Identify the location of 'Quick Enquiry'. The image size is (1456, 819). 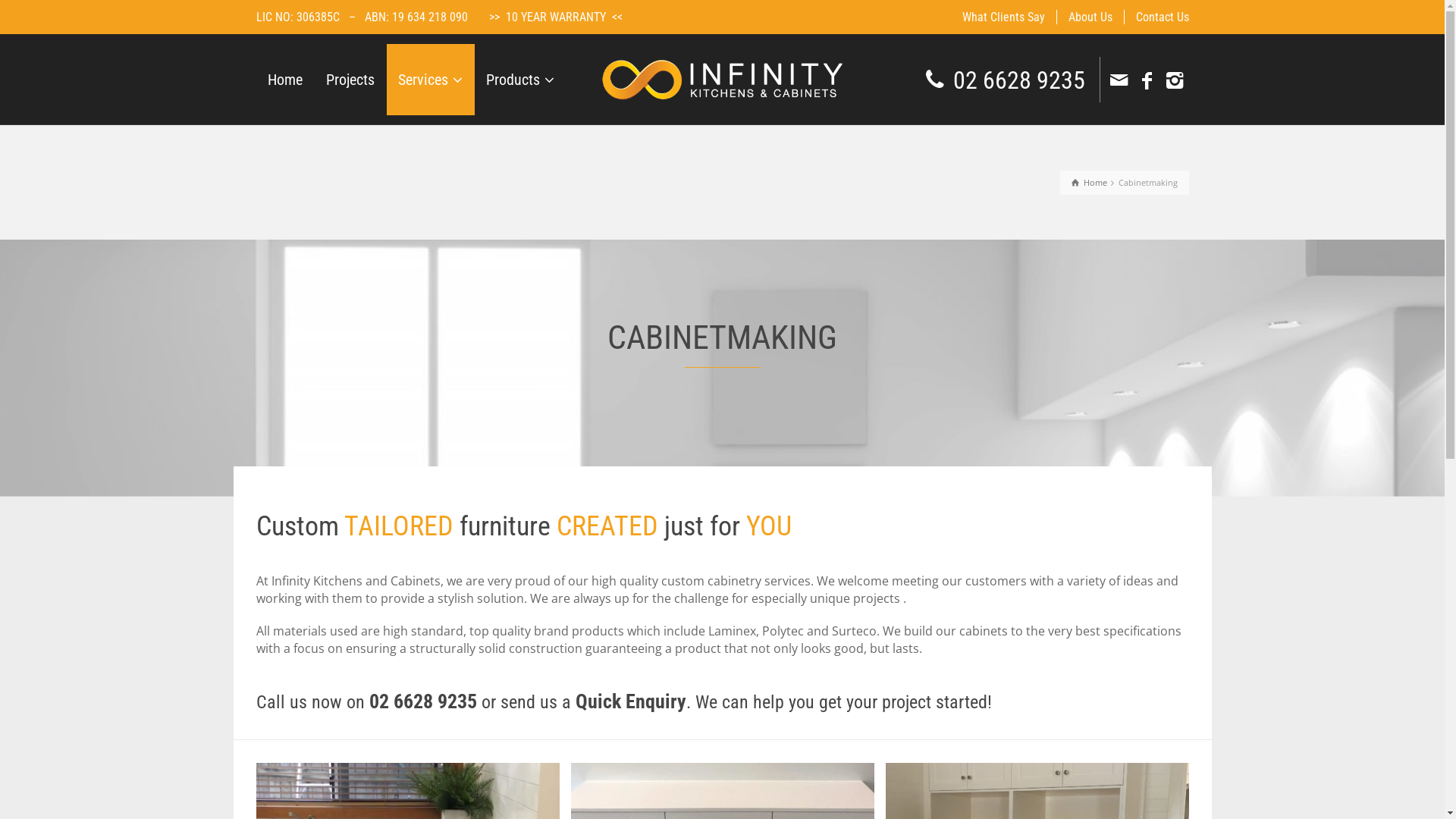
(629, 701).